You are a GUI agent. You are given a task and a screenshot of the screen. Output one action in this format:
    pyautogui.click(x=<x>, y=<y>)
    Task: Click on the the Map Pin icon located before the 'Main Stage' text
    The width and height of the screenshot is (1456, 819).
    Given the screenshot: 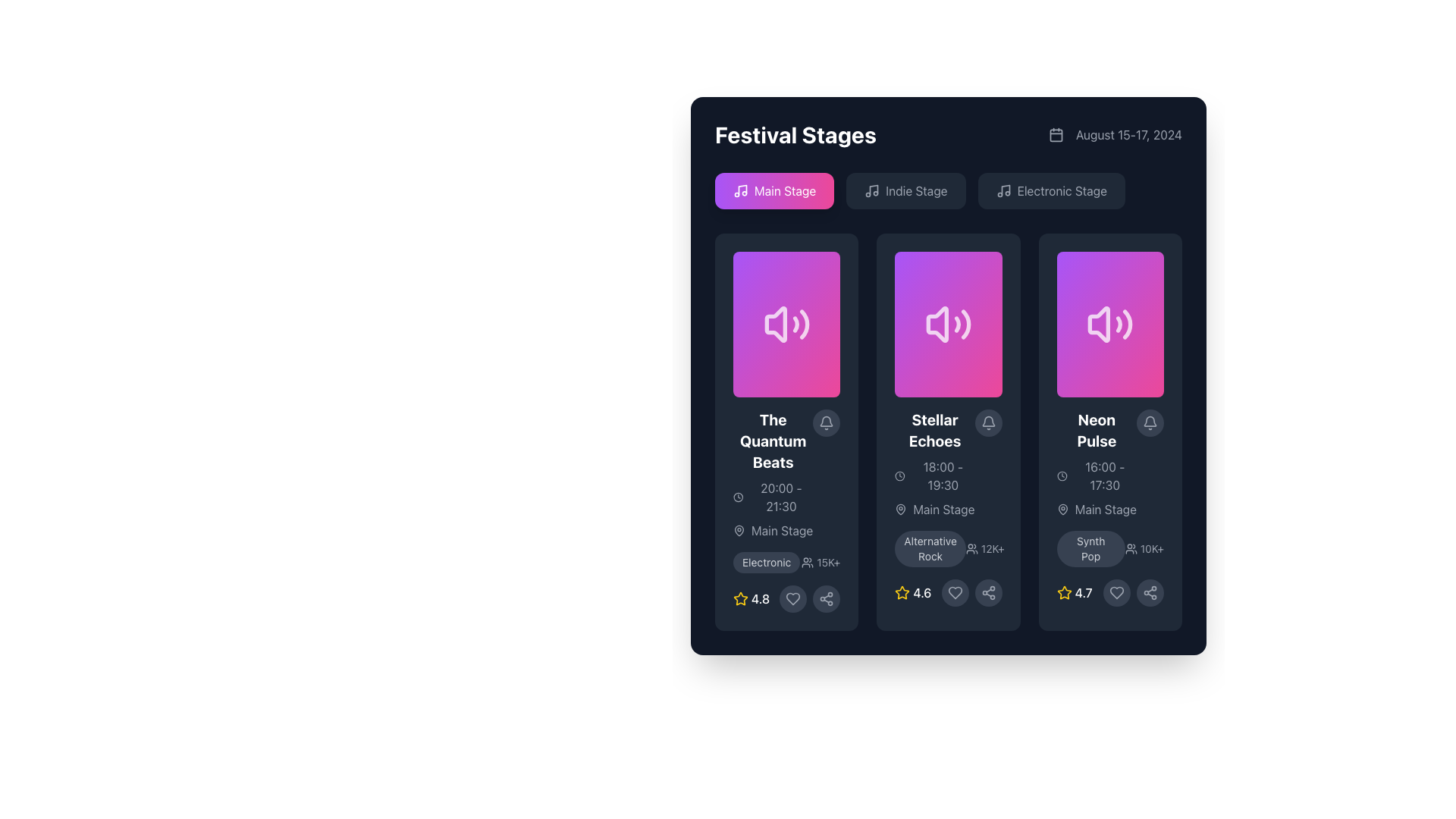 What is the action you would take?
    pyautogui.click(x=1062, y=509)
    